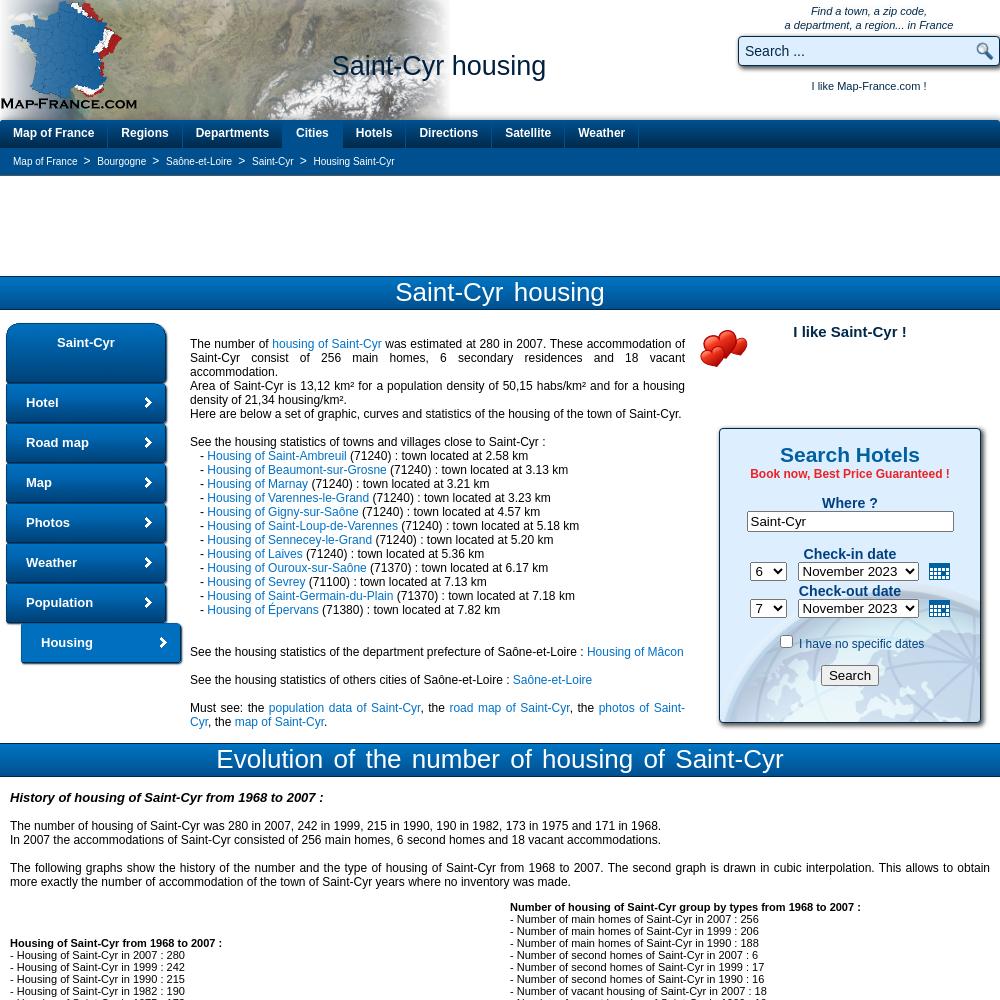 This screenshot has width=1000, height=1000. I want to click on 'Evolution of the number of housing of Saint-Cyr', so click(215, 759).